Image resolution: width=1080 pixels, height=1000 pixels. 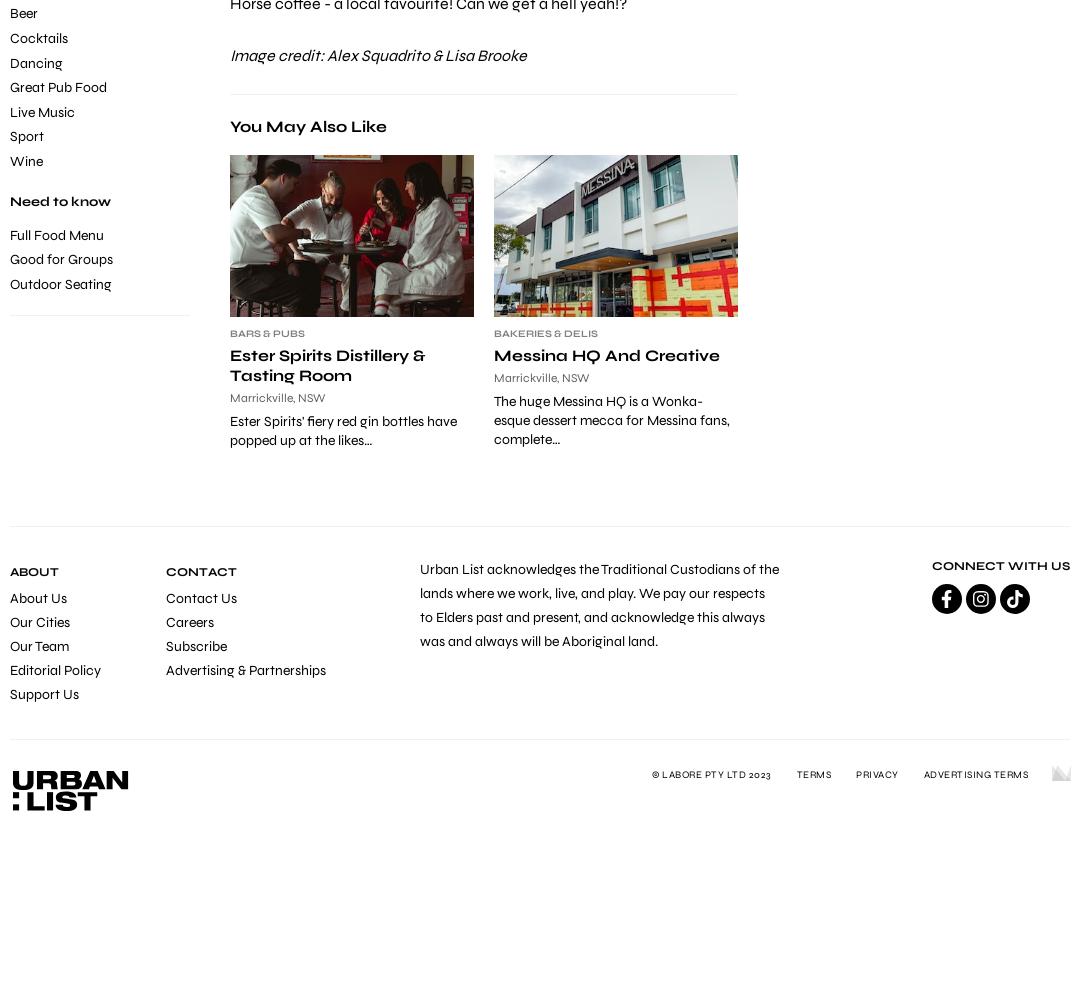 What do you see at coordinates (195, 645) in the screenshot?
I see `'Subscribe'` at bounding box center [195, 645].